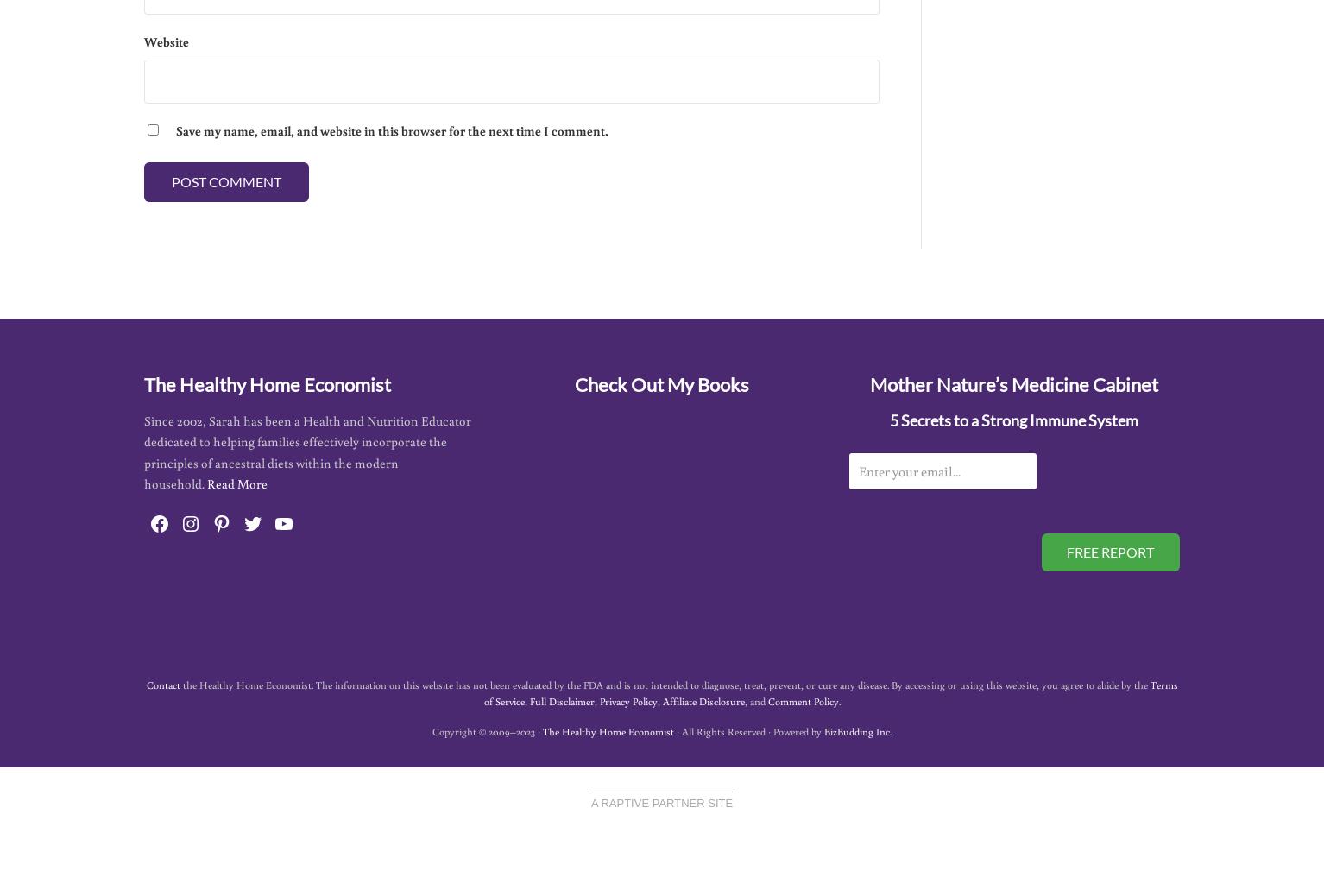 The width and height of the screenshot is (1324, 896). What do you see at coordinates (868, 384) in the screenshot?
I see `'Mother Nature’s Medicine Cabinet'` at bounding box center [868, 384].